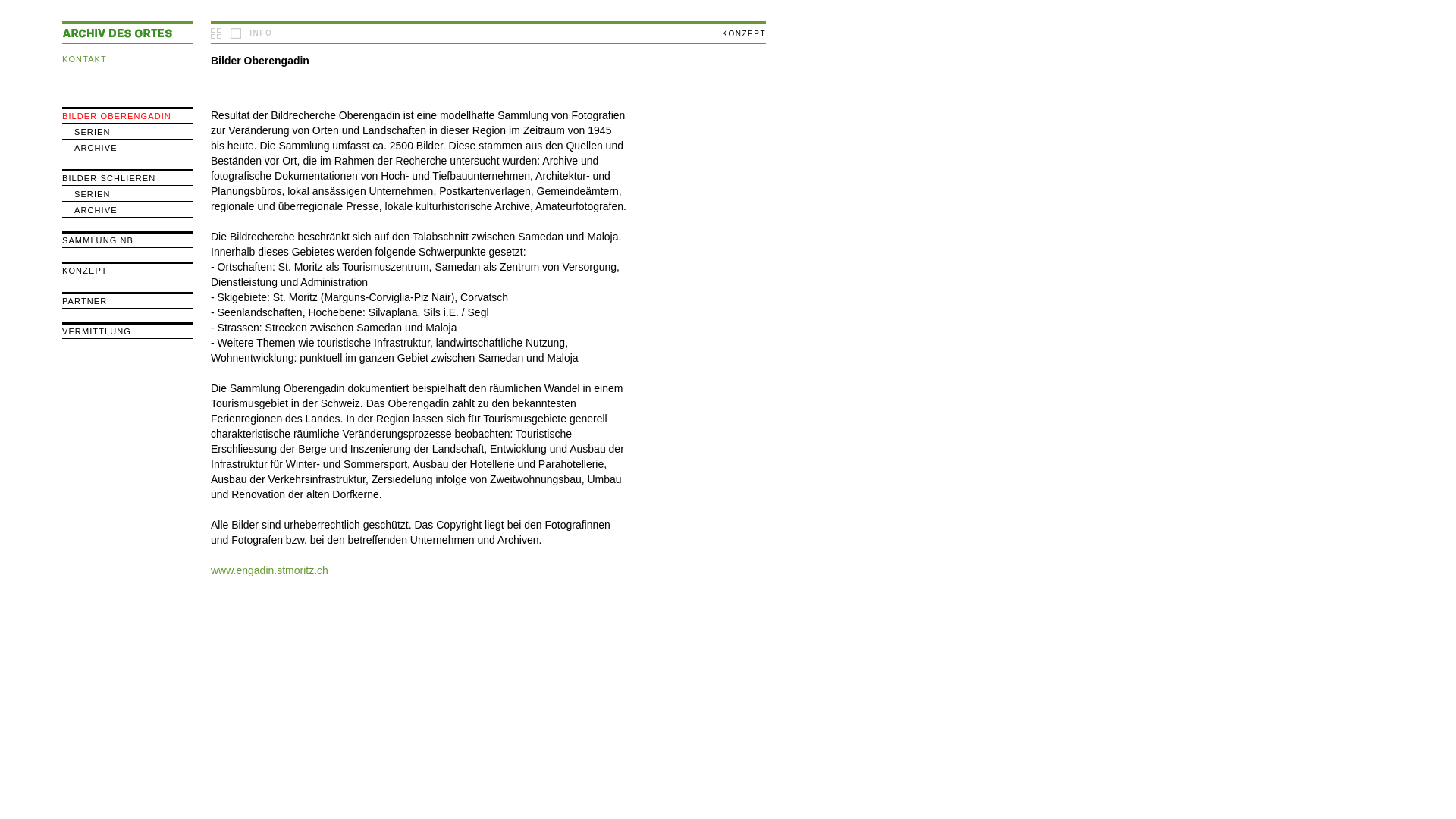  I want to click on 'SERIEN', so click(91, 193).